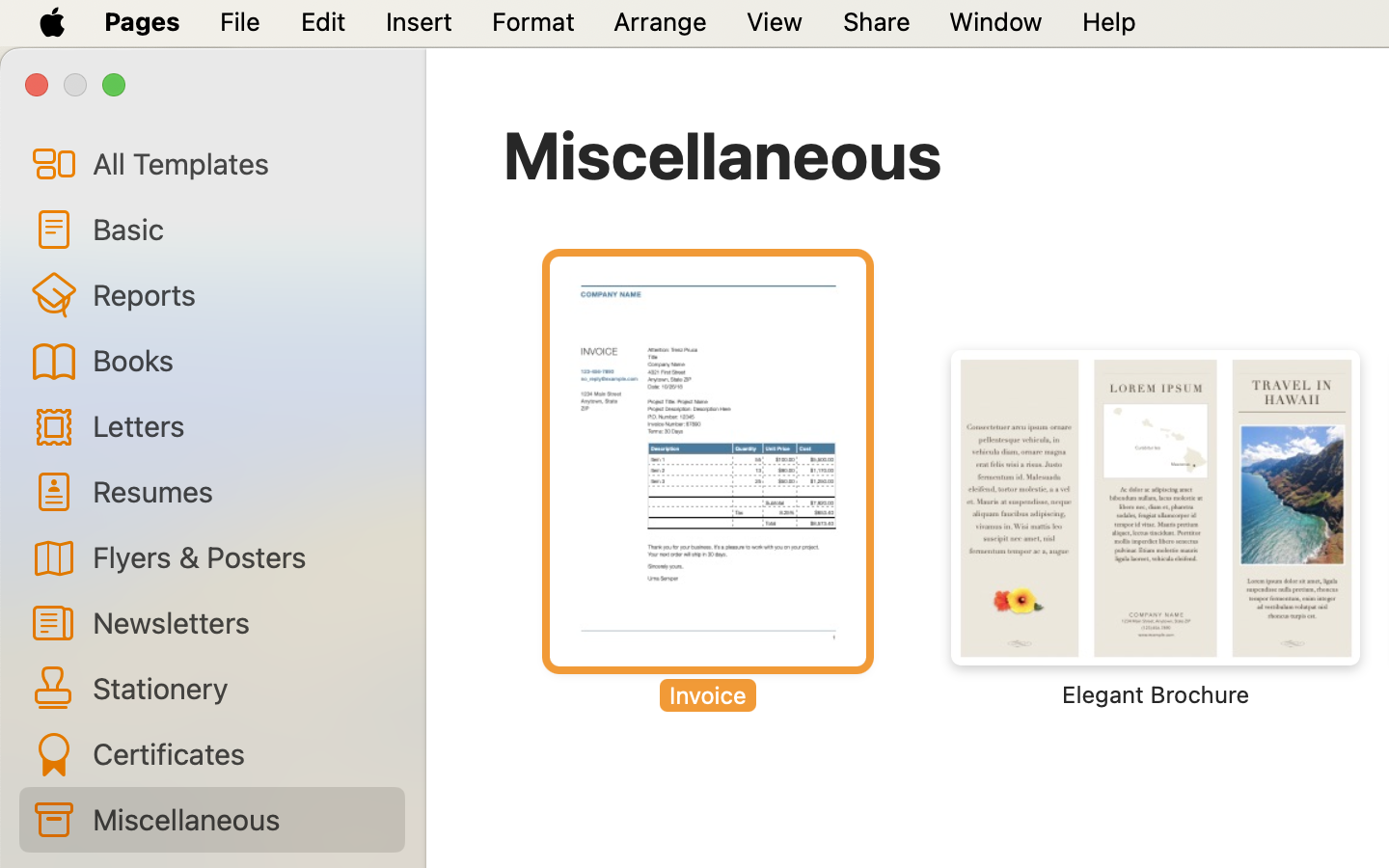  What do you see at coordinates (239, 490) in the screenshot?
I see `'Resumes'` at bounding box center [239, 490].